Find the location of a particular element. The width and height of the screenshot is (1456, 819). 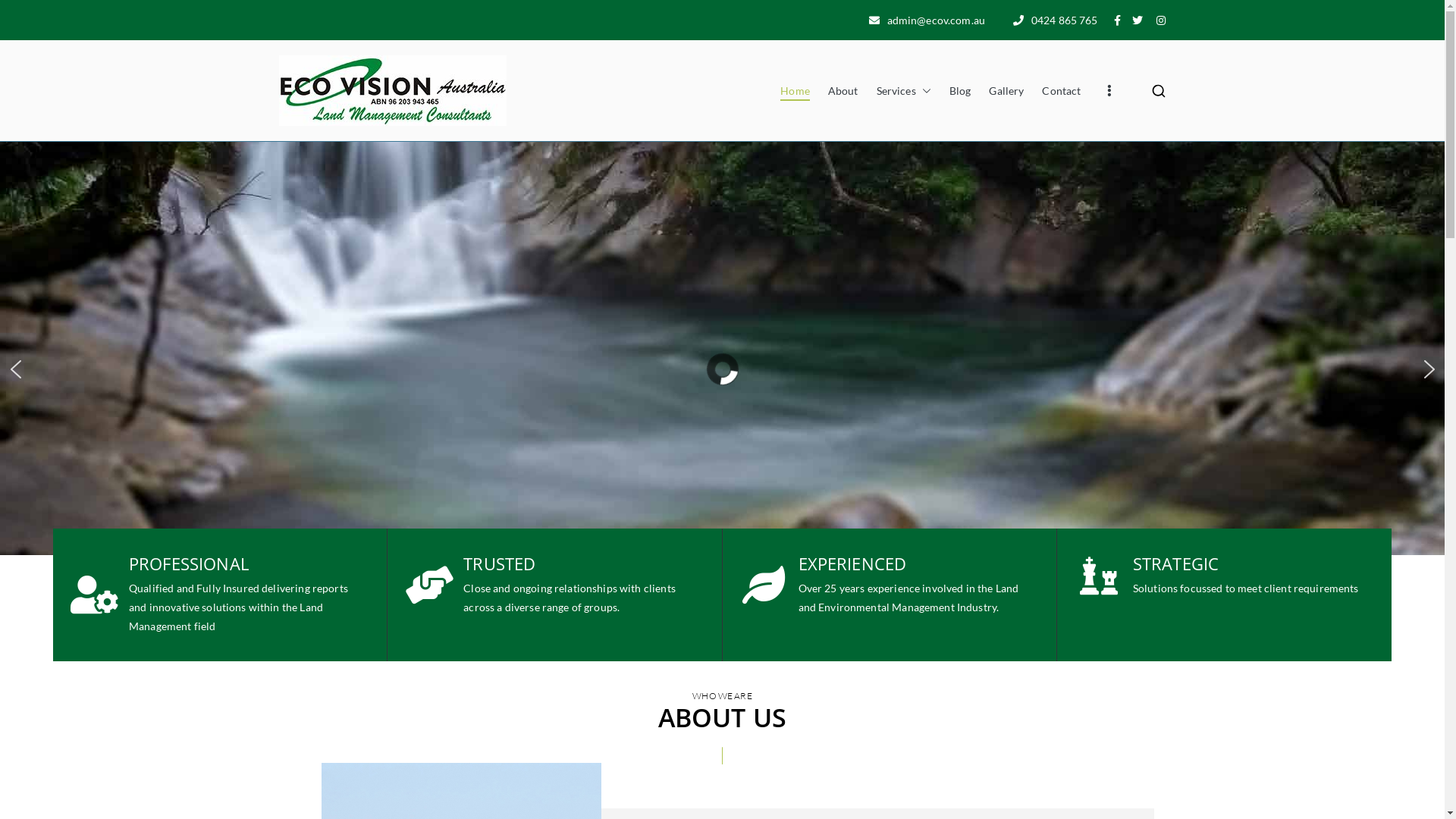

'Blog' is located at coordinates (949, 90).